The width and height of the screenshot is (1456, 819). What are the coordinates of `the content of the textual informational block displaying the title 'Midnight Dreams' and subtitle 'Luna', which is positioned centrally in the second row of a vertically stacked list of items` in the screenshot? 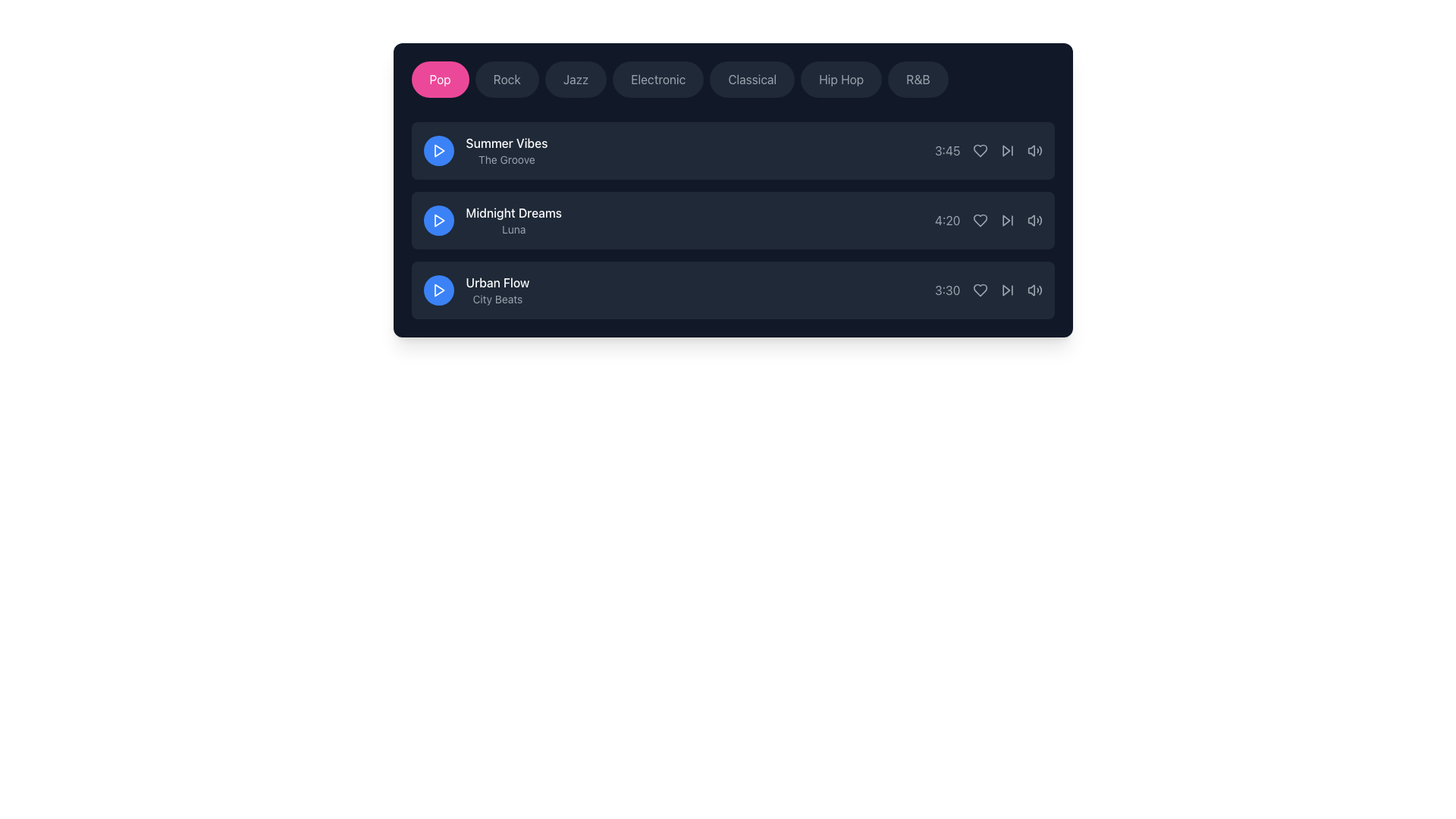 It's located at (492, 220).